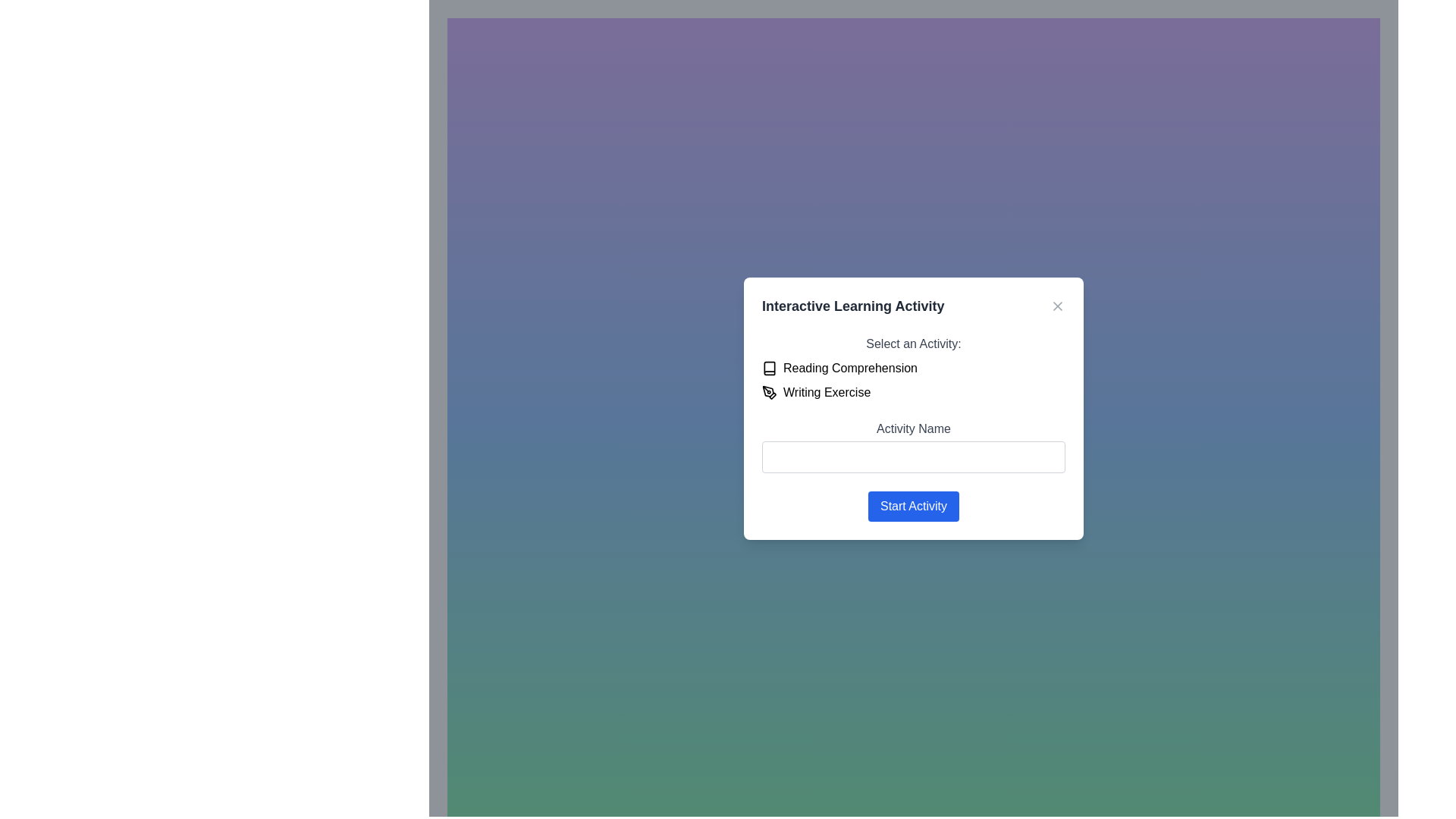 The width and height of the screenshot is (1456, 819). I want to click on the pen tool icon representing the 'Writing Exercise' activity, which is located to the left of the text 'Writing Exercise', so click(769, 391).